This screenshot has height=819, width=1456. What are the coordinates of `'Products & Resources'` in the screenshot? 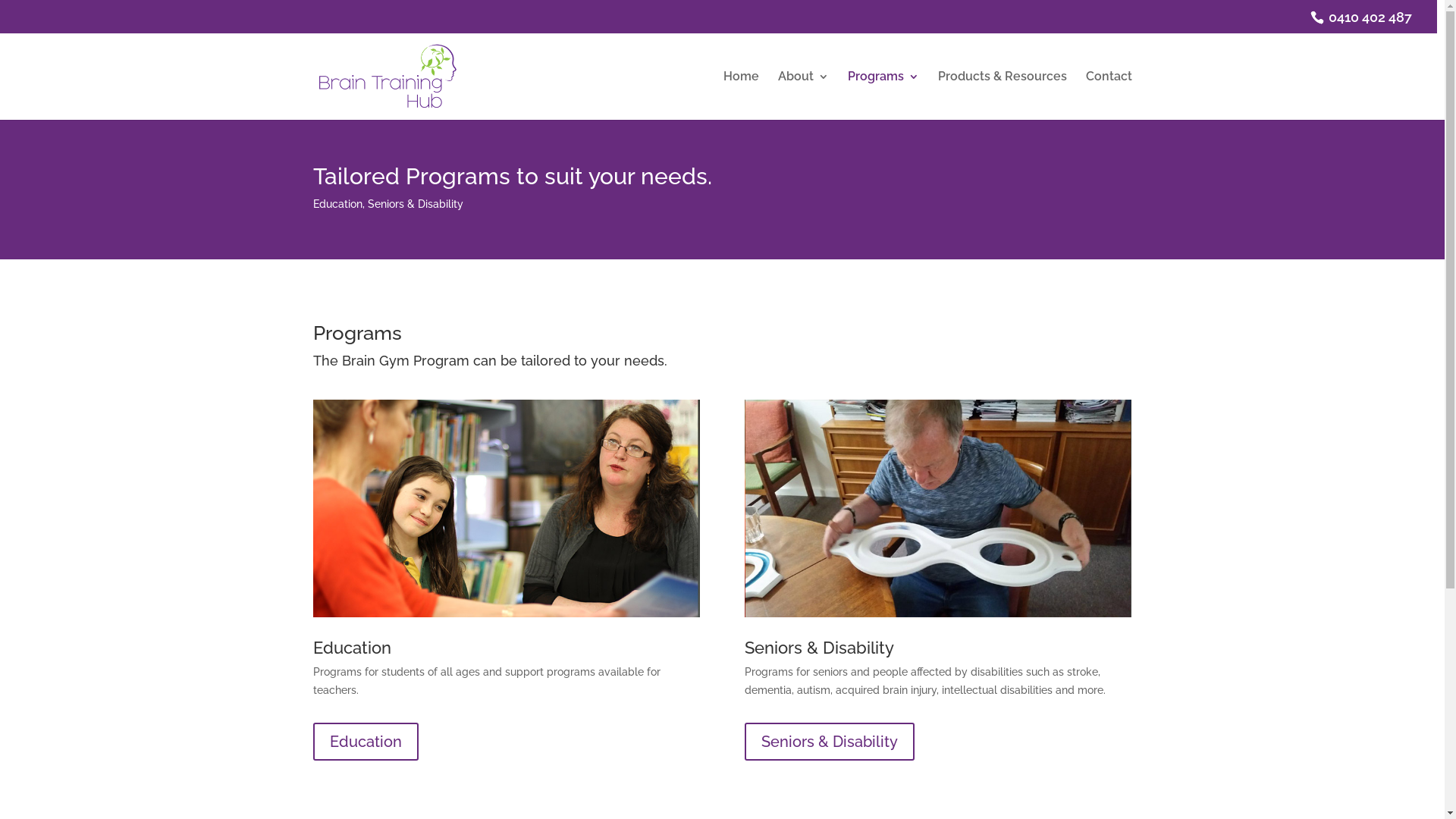 It's located at (1001, 96).